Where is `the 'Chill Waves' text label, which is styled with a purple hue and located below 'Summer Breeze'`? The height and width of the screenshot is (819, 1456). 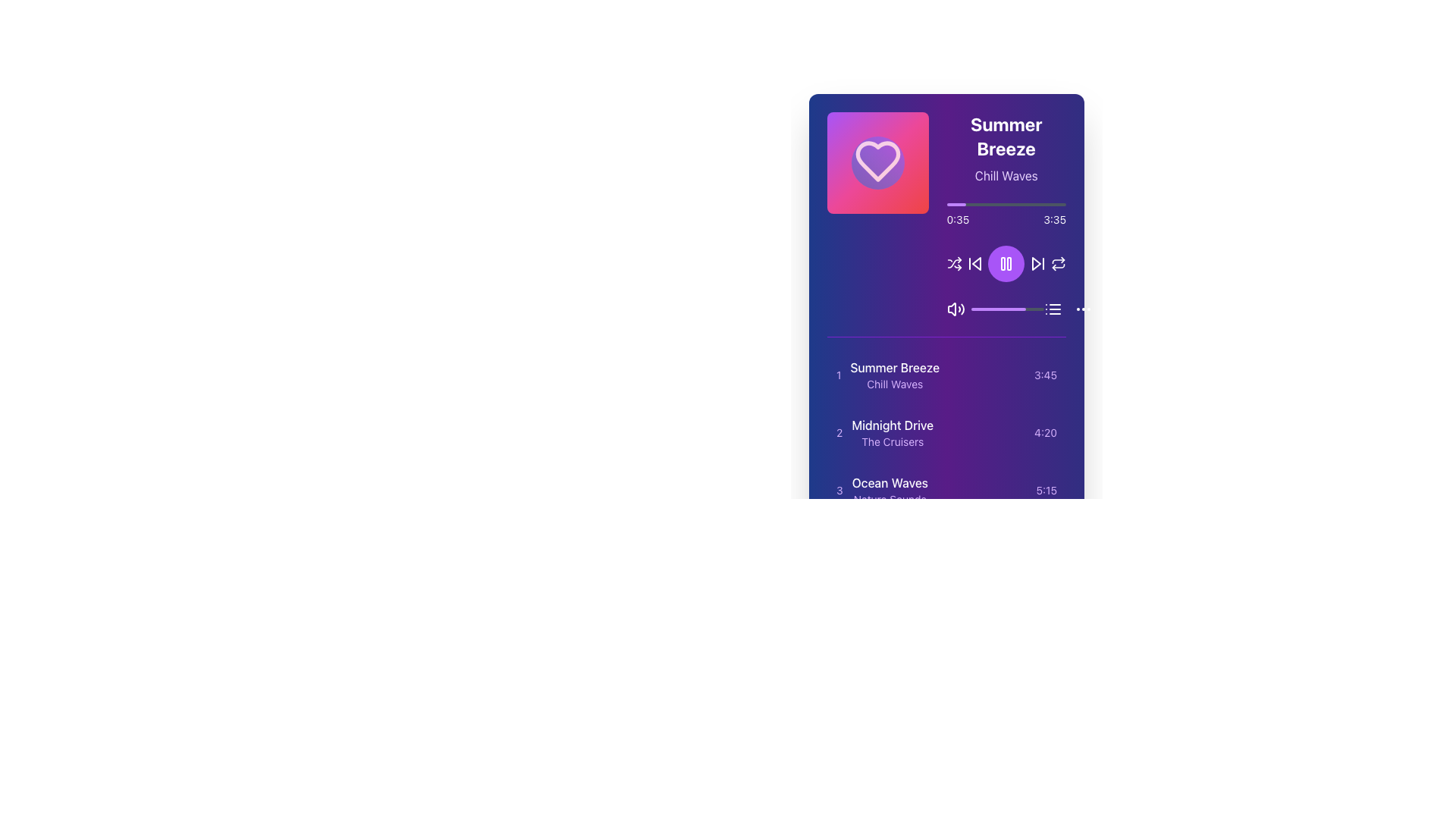
the 'Chill Waves' text label, which is styled with a purple hue and located below 'Summer Breeze' is located at coordinates (1006, 174).